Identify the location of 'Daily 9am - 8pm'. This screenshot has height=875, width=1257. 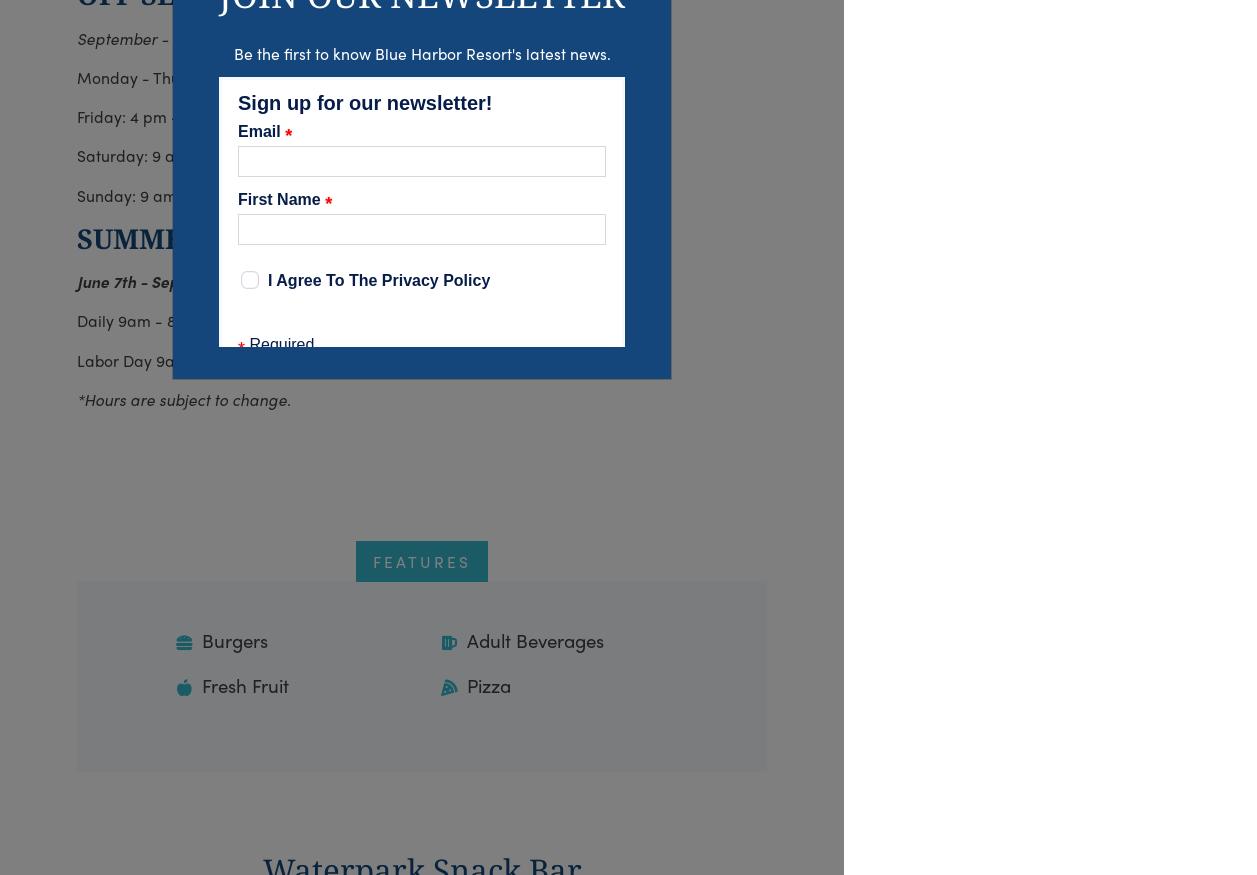
(77, 320).